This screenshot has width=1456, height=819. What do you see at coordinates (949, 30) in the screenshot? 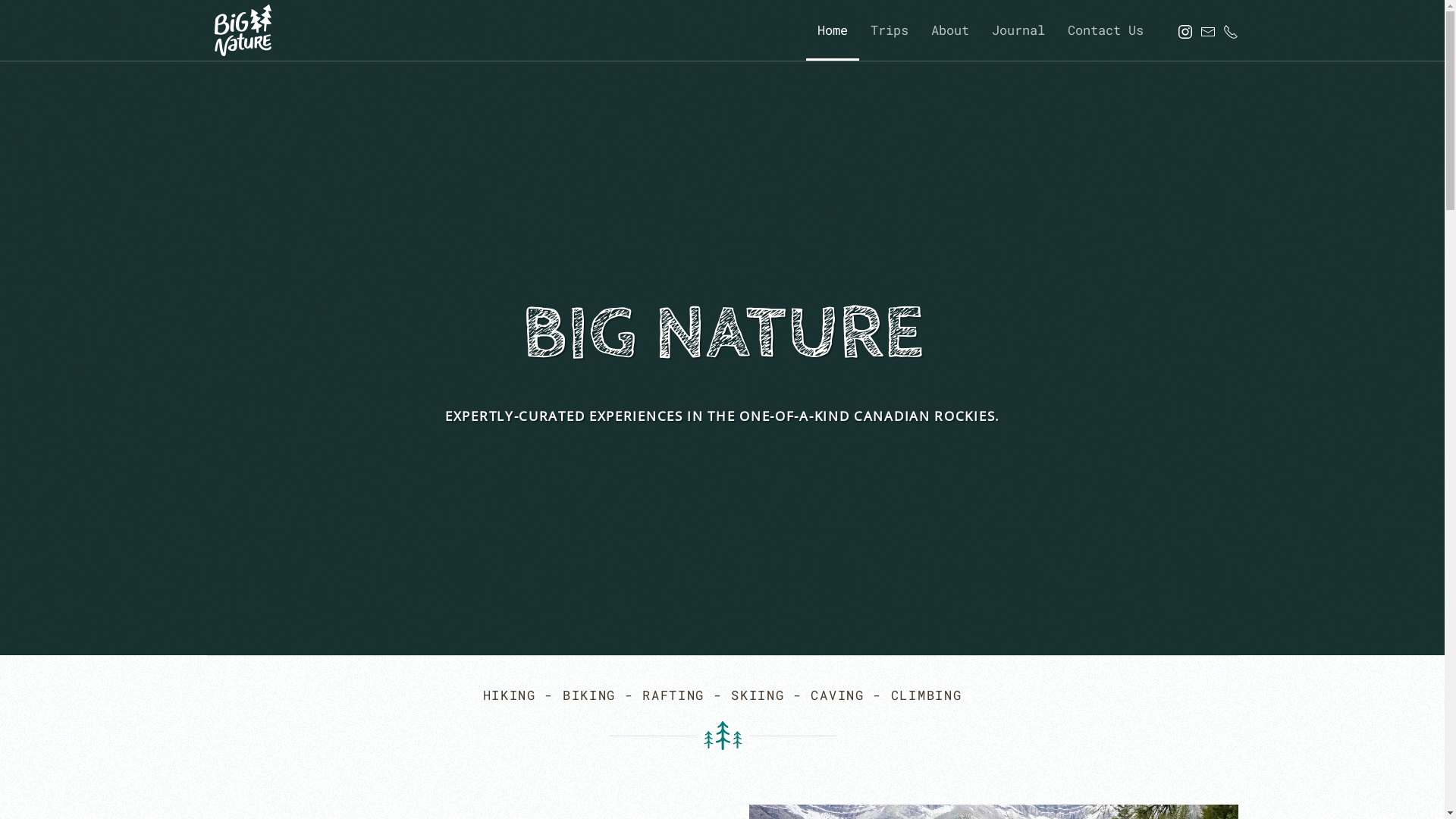
I see `'About'` at bounding box center [949, 30].